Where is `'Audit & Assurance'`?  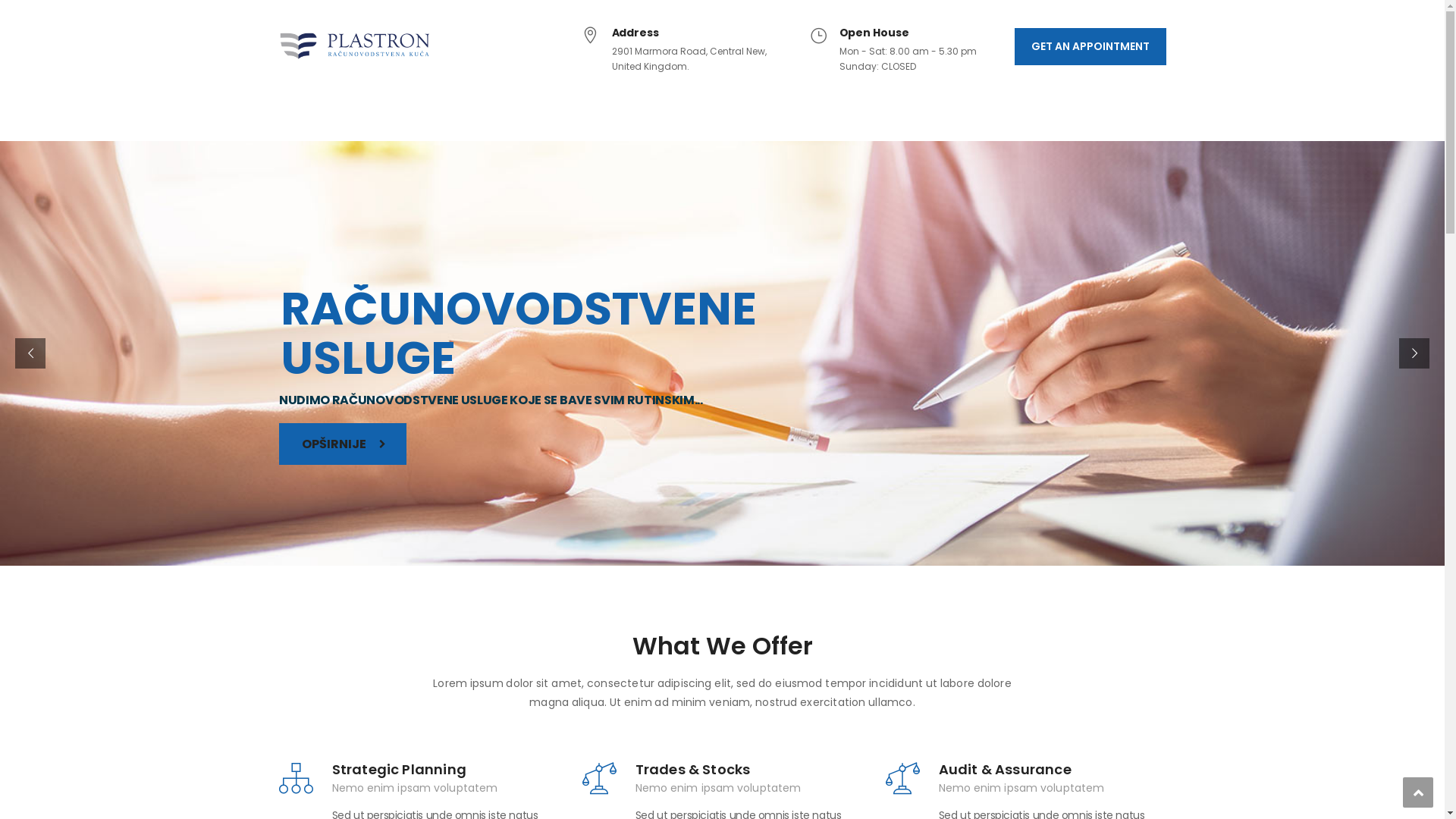 'Audit & Assurance' is located at coordinates (938, 769).